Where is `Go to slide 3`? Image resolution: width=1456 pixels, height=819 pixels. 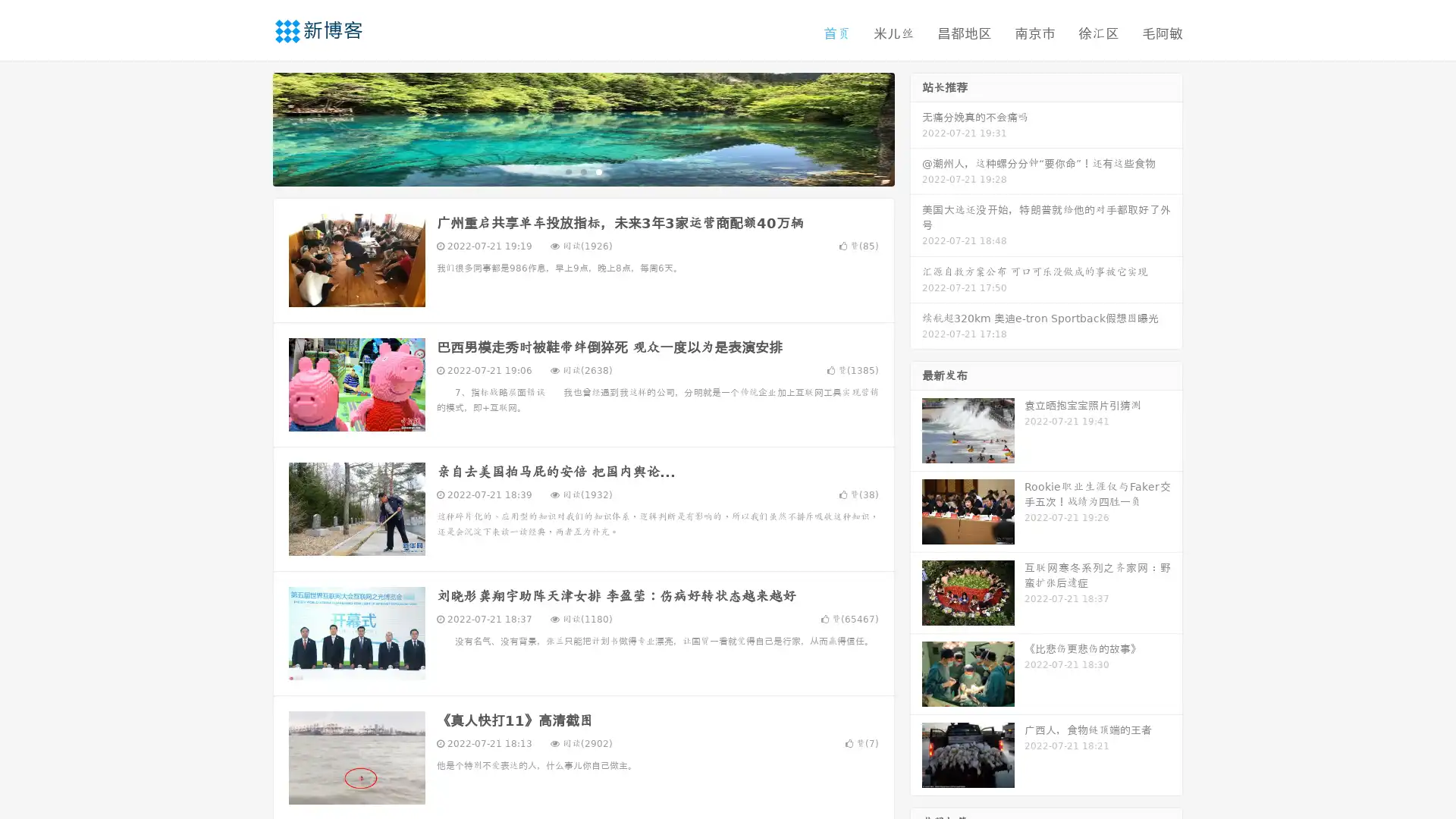
Go to slide 3 is located at coordinates (598, 171).